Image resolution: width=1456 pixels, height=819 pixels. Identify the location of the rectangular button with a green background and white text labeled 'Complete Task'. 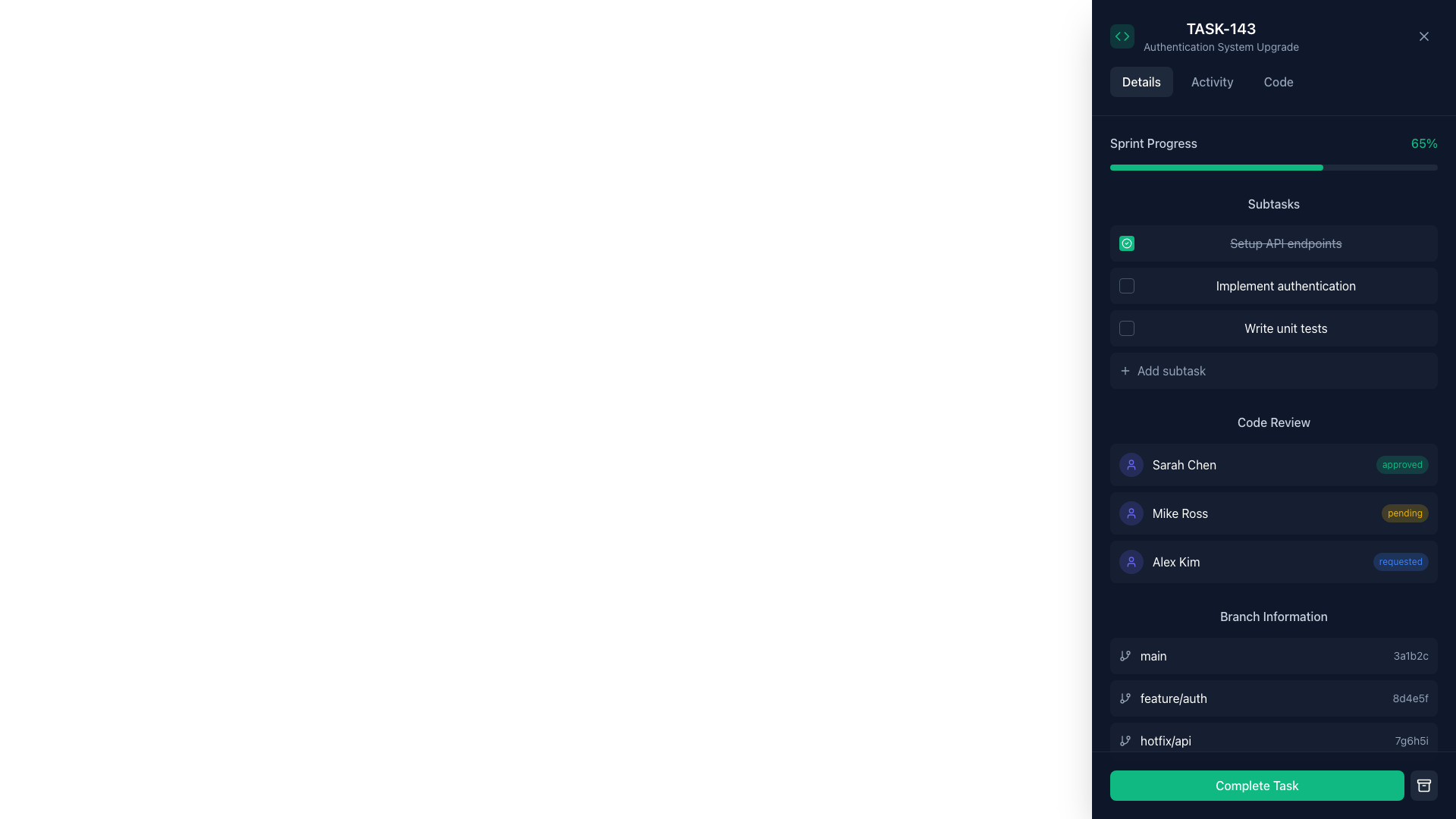
(1274, 785).